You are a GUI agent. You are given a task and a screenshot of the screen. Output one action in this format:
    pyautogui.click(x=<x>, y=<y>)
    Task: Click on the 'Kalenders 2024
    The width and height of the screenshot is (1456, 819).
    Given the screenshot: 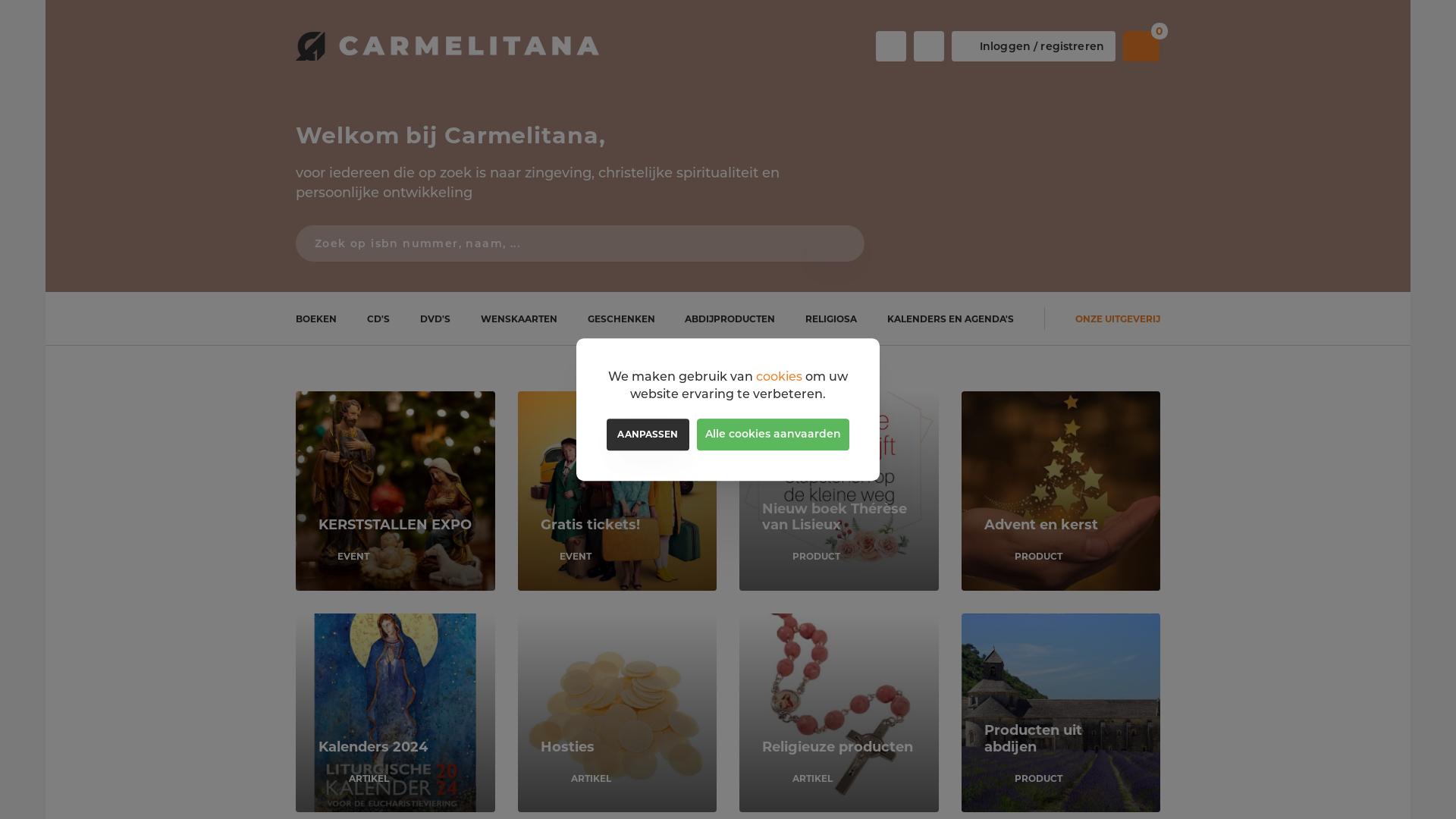 What is the action you would take?
    pyautogui.click(x=395, y=713)
    